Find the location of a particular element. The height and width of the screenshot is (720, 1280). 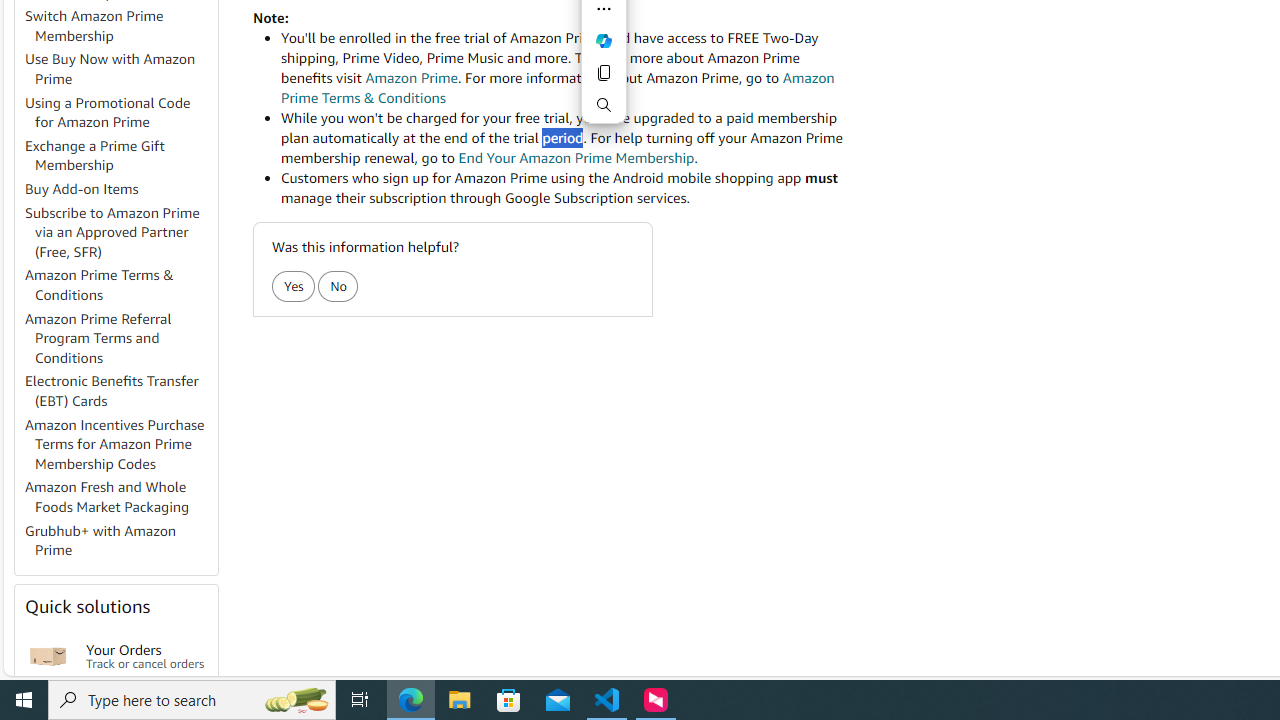

'Buy Add-on Items' is located at coordinates (81, 189).